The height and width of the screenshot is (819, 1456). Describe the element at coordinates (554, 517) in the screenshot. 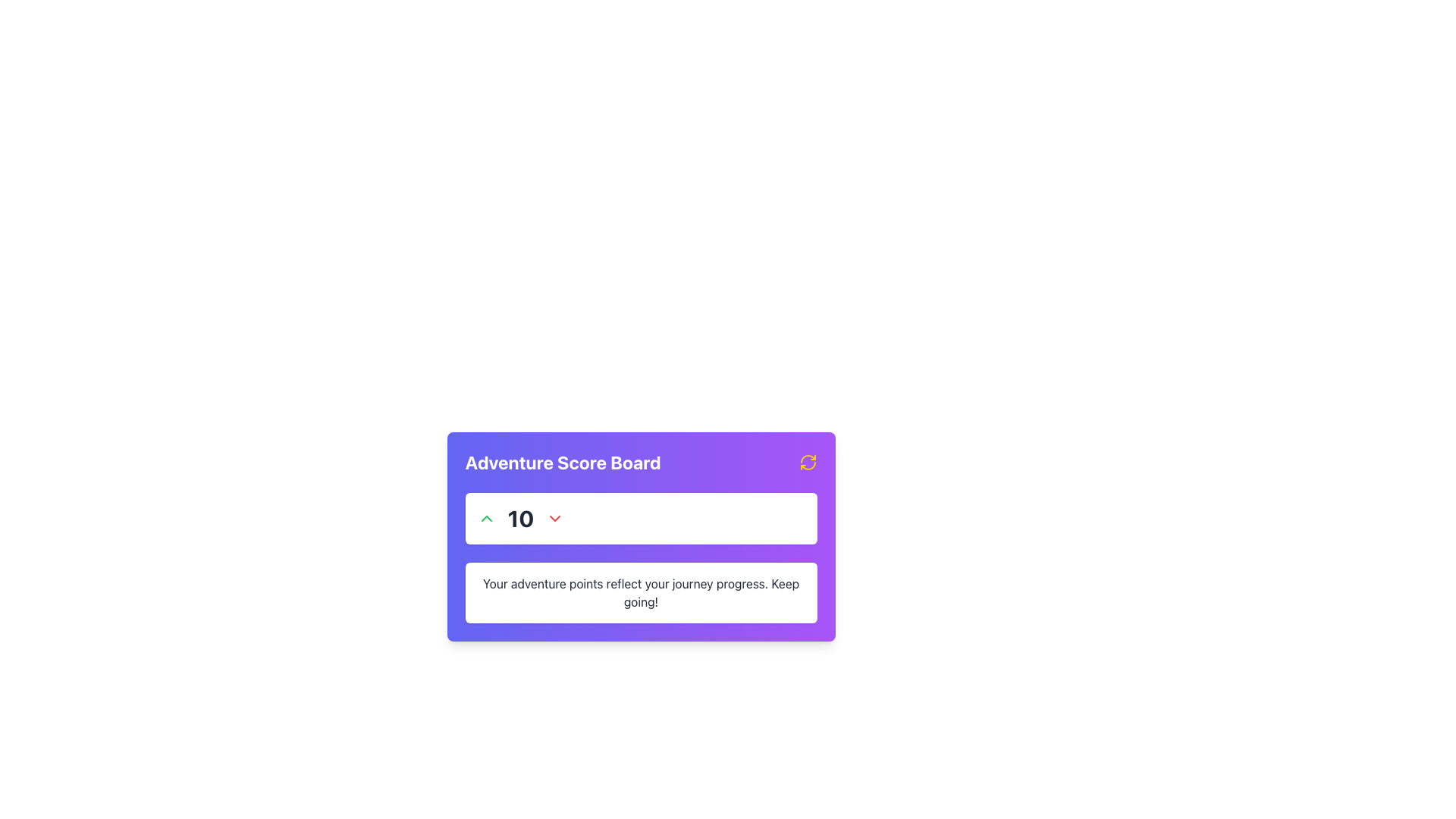

I see `the dropdown control located to the right of the bold number '10' for additional interaction` at that location.